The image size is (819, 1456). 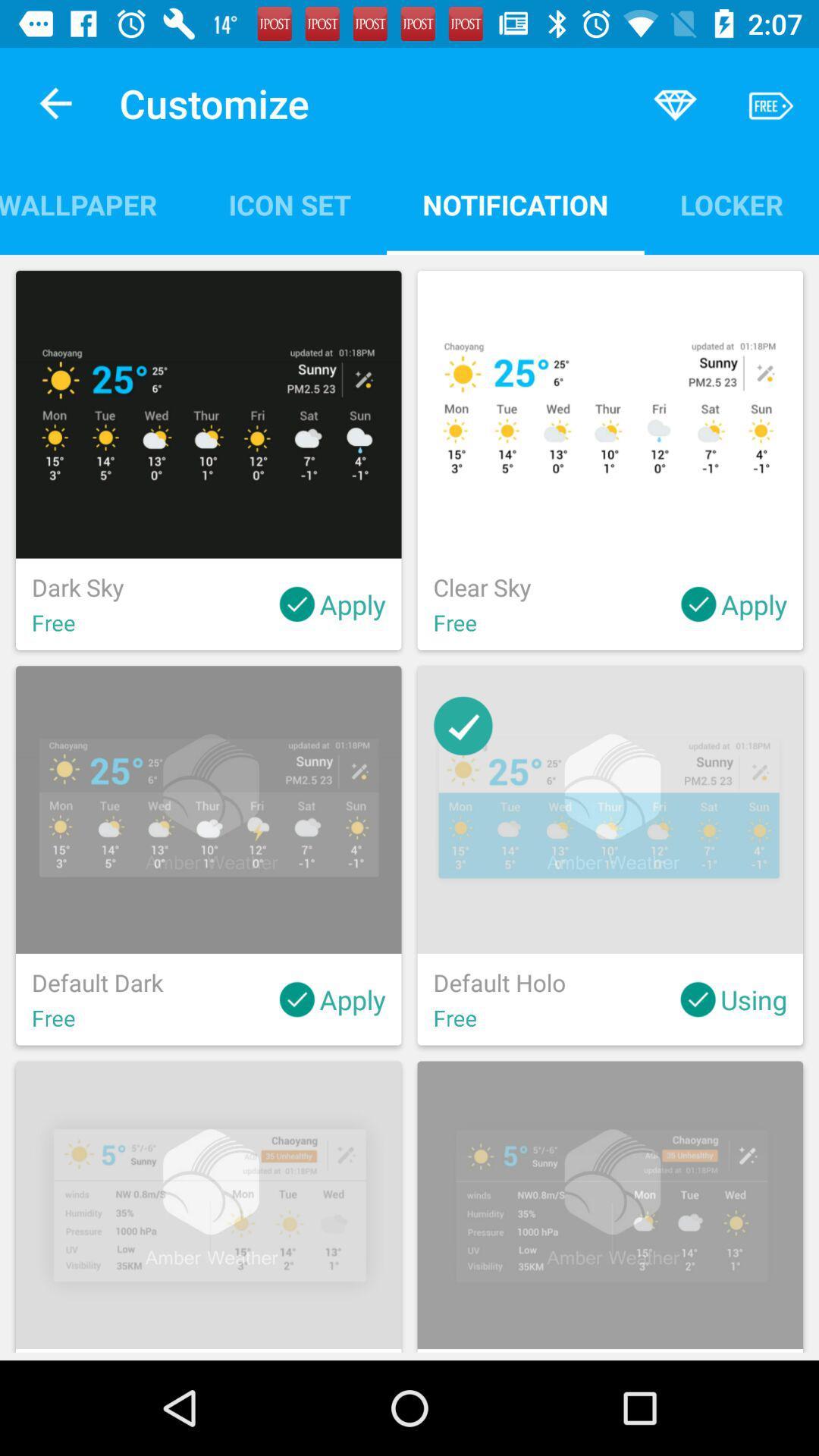 I want to click on the first image in the first row, so click(x=209, y=415).